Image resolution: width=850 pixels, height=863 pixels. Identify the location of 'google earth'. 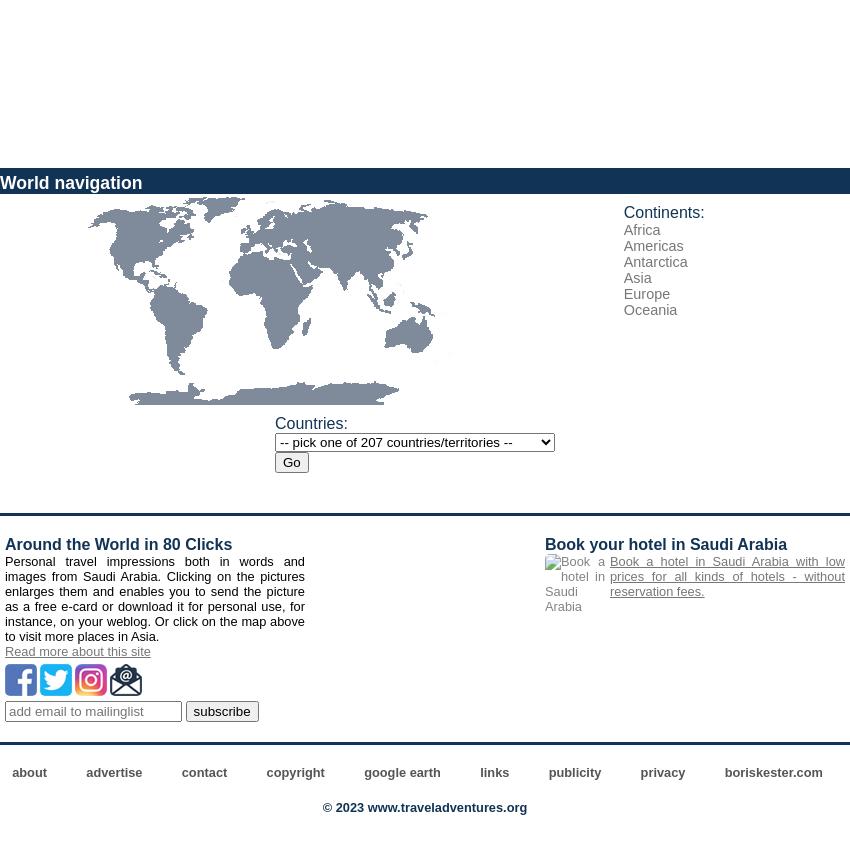
(401, 772).